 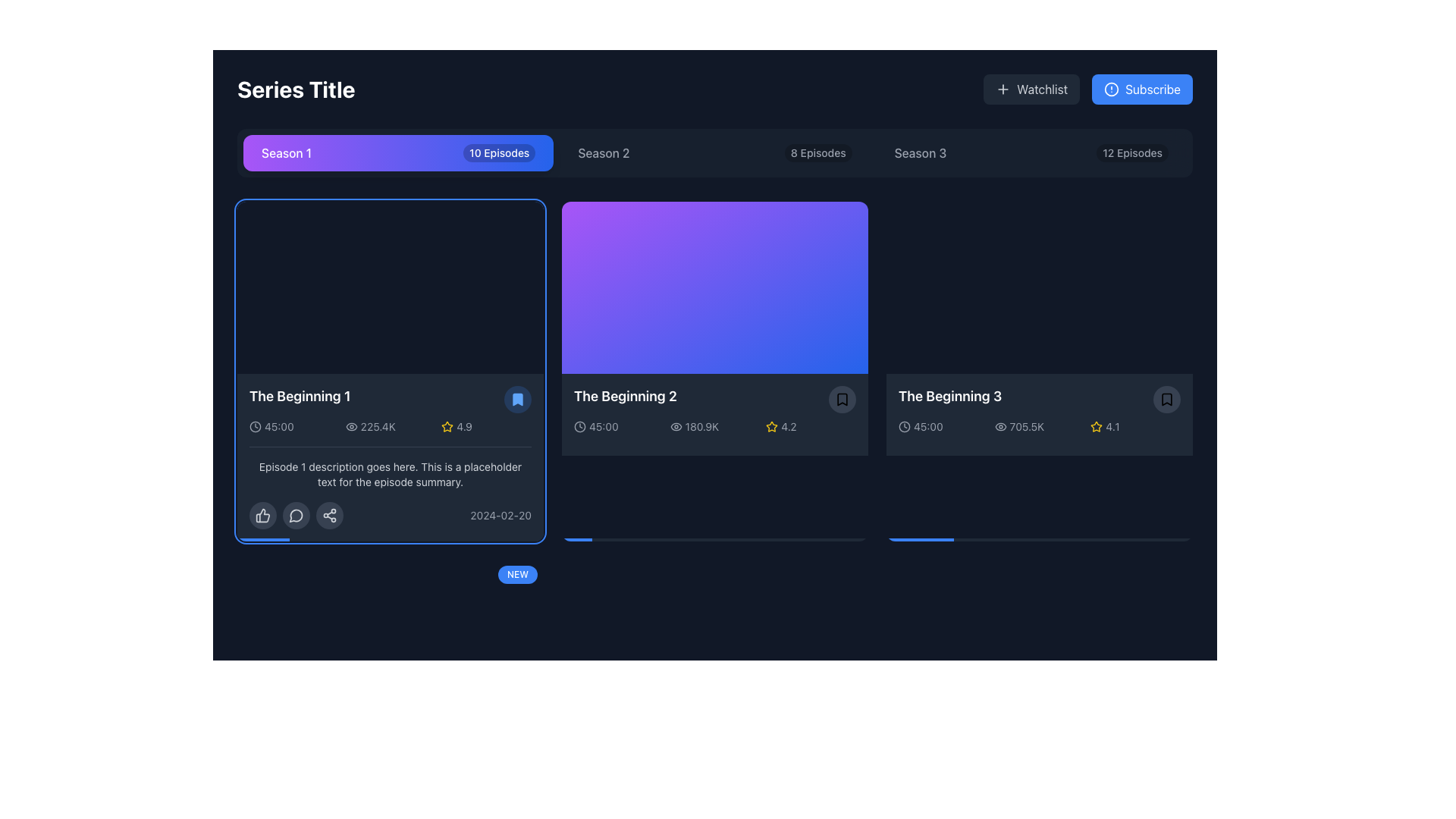 I want to click on the circle graphical component representing the currentTime indicator within the clock icon at the bottom metadata section of the card named 'The Beginning 3', so click(x=905, y=427).